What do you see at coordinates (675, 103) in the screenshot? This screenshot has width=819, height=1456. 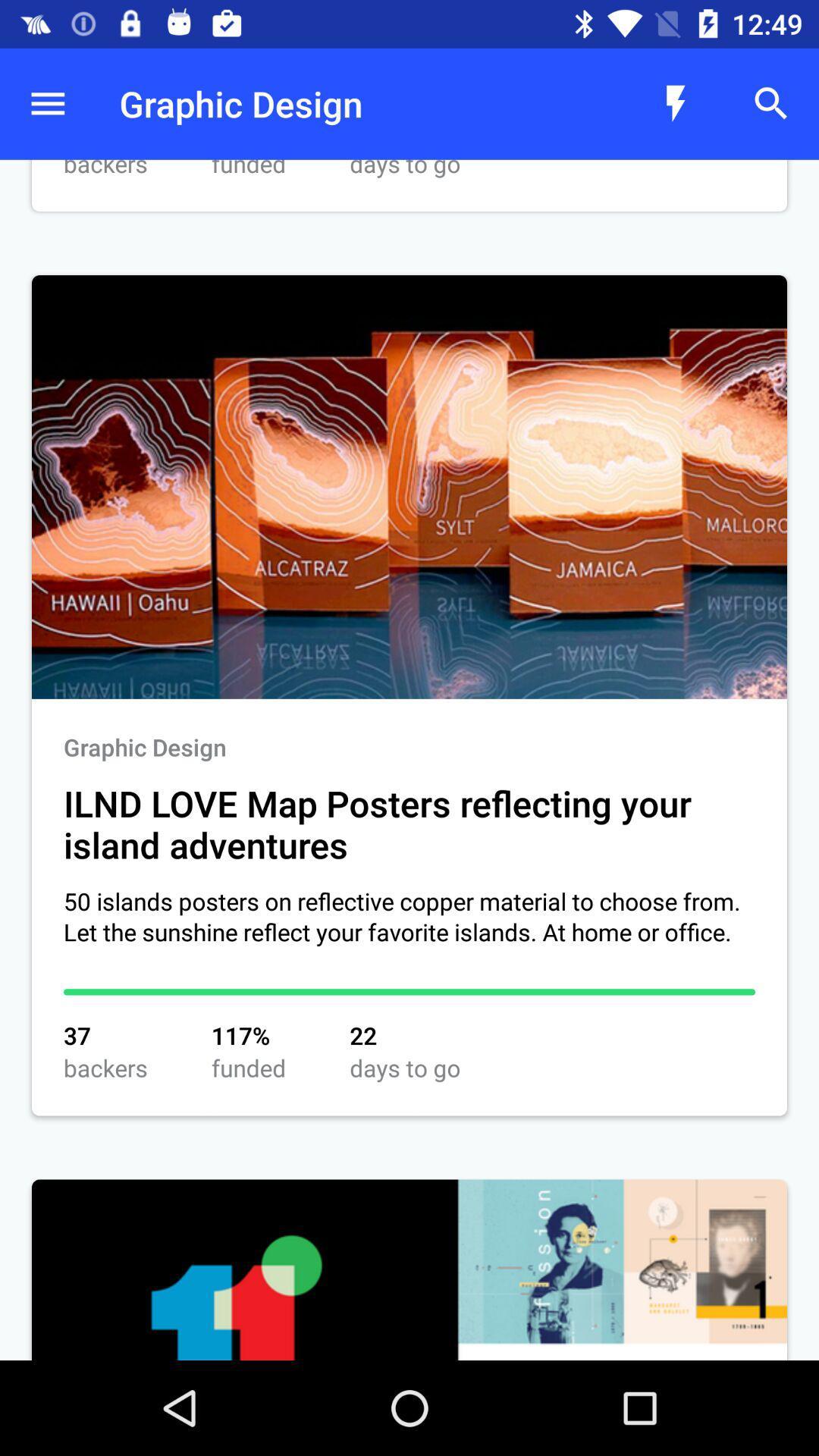 I see `the icon next to the graphic design item` at bounding box center [675, 103].